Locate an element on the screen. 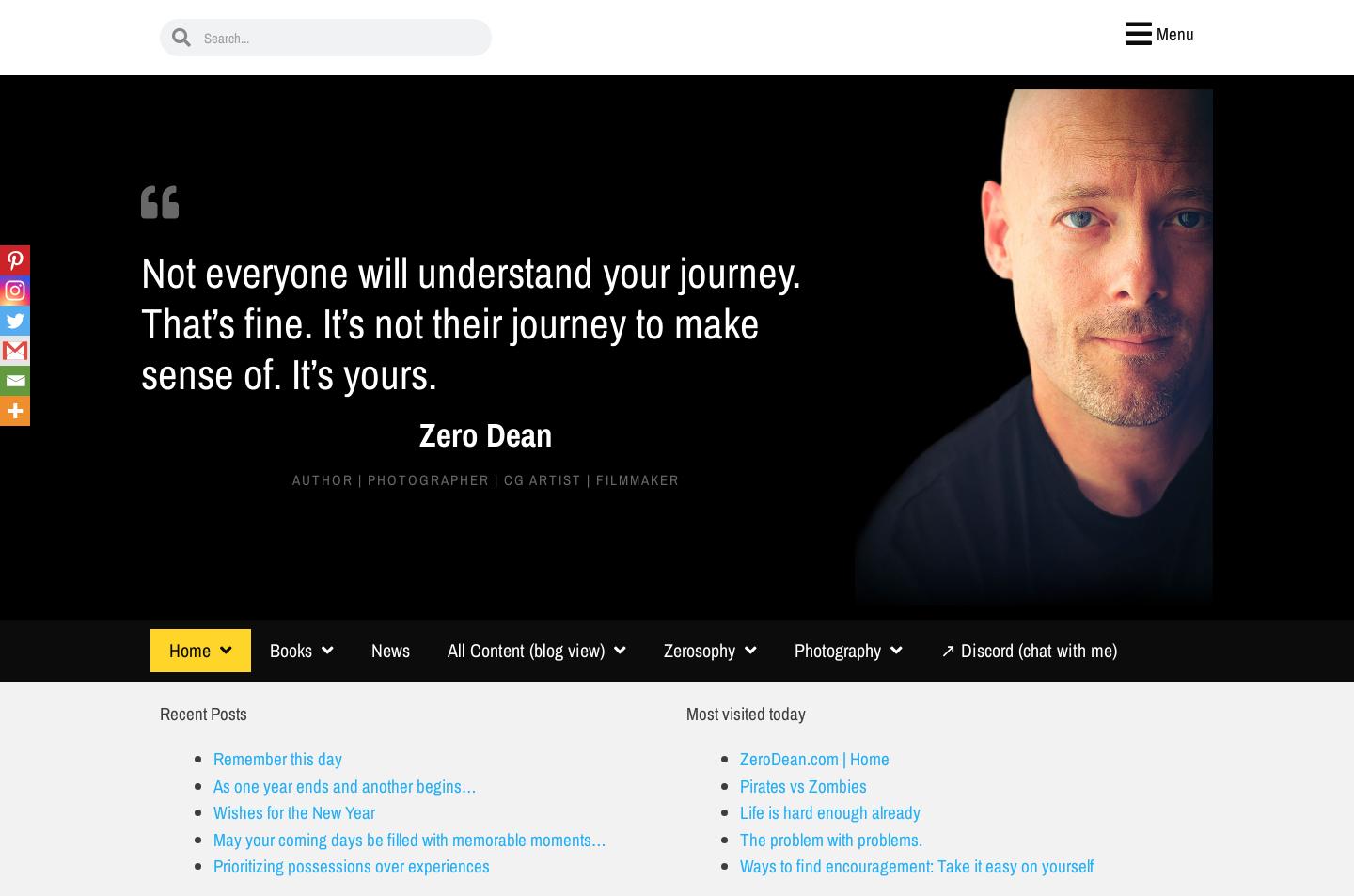  'Prioritizing possessions over experiences' is located at coordinates (350, 865).